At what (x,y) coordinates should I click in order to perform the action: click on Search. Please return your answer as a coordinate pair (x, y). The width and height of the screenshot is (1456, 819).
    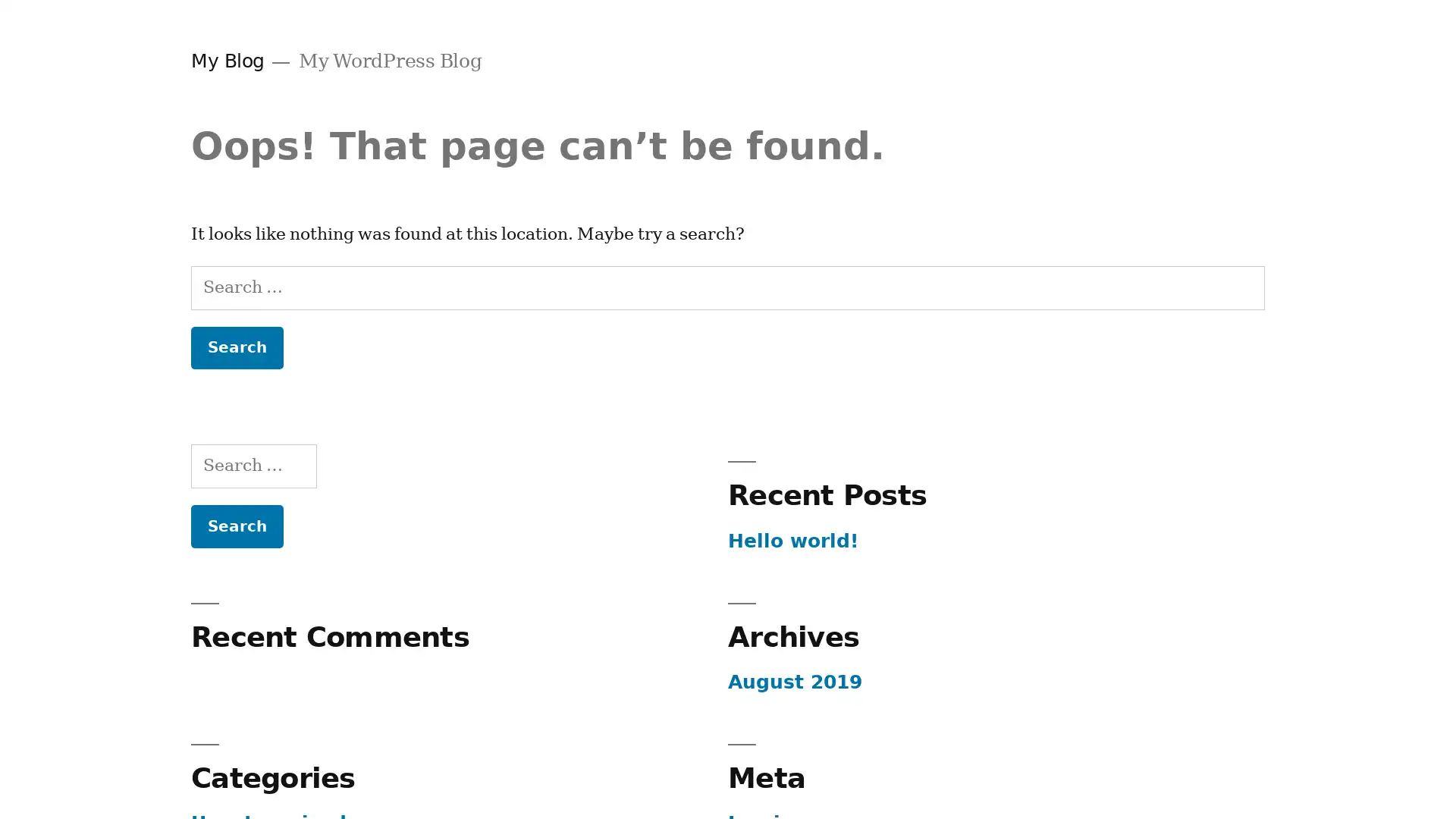
    Looking at the image, I should click on (236, 347).